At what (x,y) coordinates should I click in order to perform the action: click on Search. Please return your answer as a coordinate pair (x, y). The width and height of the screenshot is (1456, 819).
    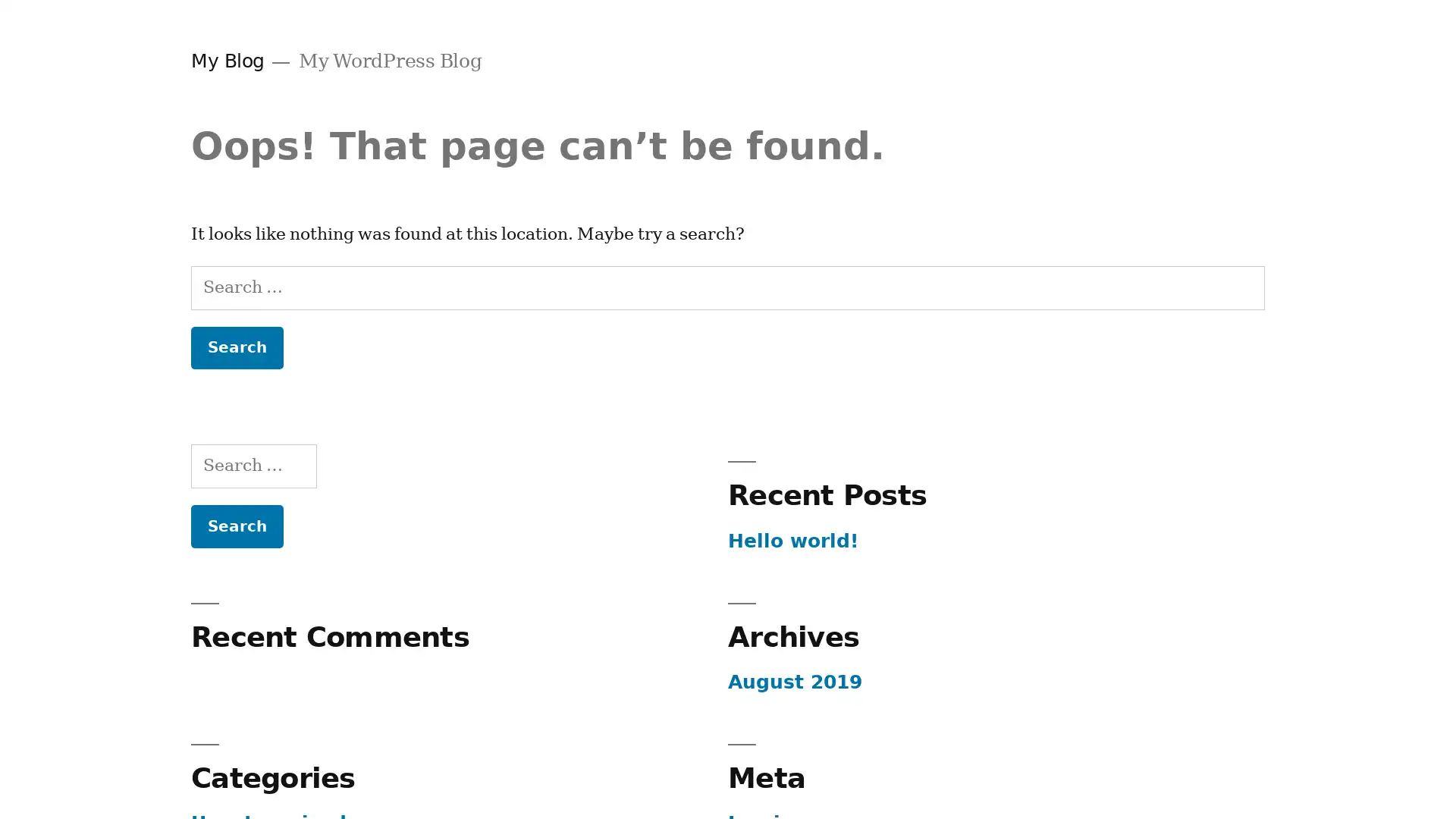
    Looking at the image, I should click on (236, 347).